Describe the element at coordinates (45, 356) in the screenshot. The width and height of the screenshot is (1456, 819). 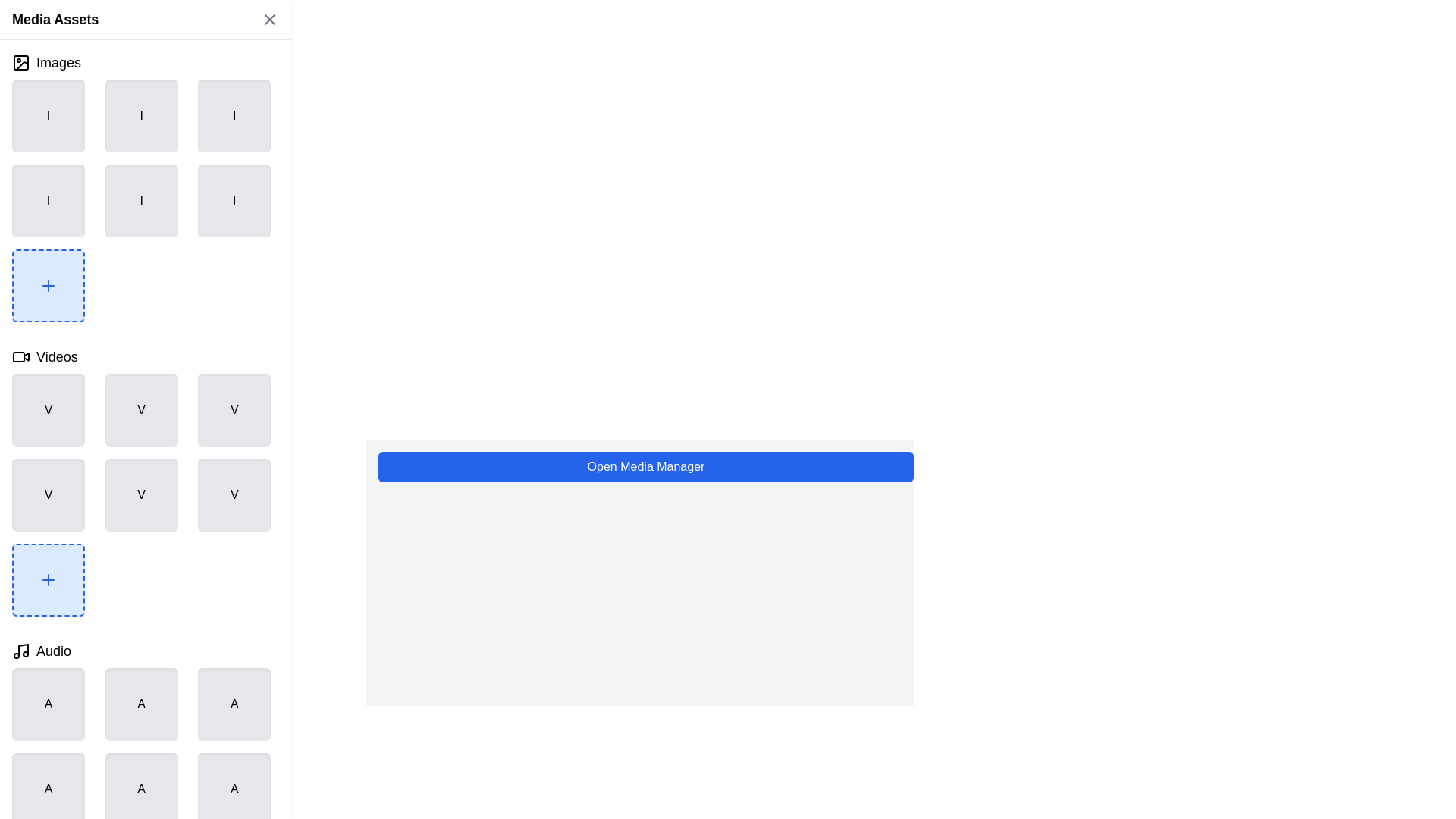
I see `the 'Videos' section title which includes a video camera icon and the text 'Videos'` at that location.